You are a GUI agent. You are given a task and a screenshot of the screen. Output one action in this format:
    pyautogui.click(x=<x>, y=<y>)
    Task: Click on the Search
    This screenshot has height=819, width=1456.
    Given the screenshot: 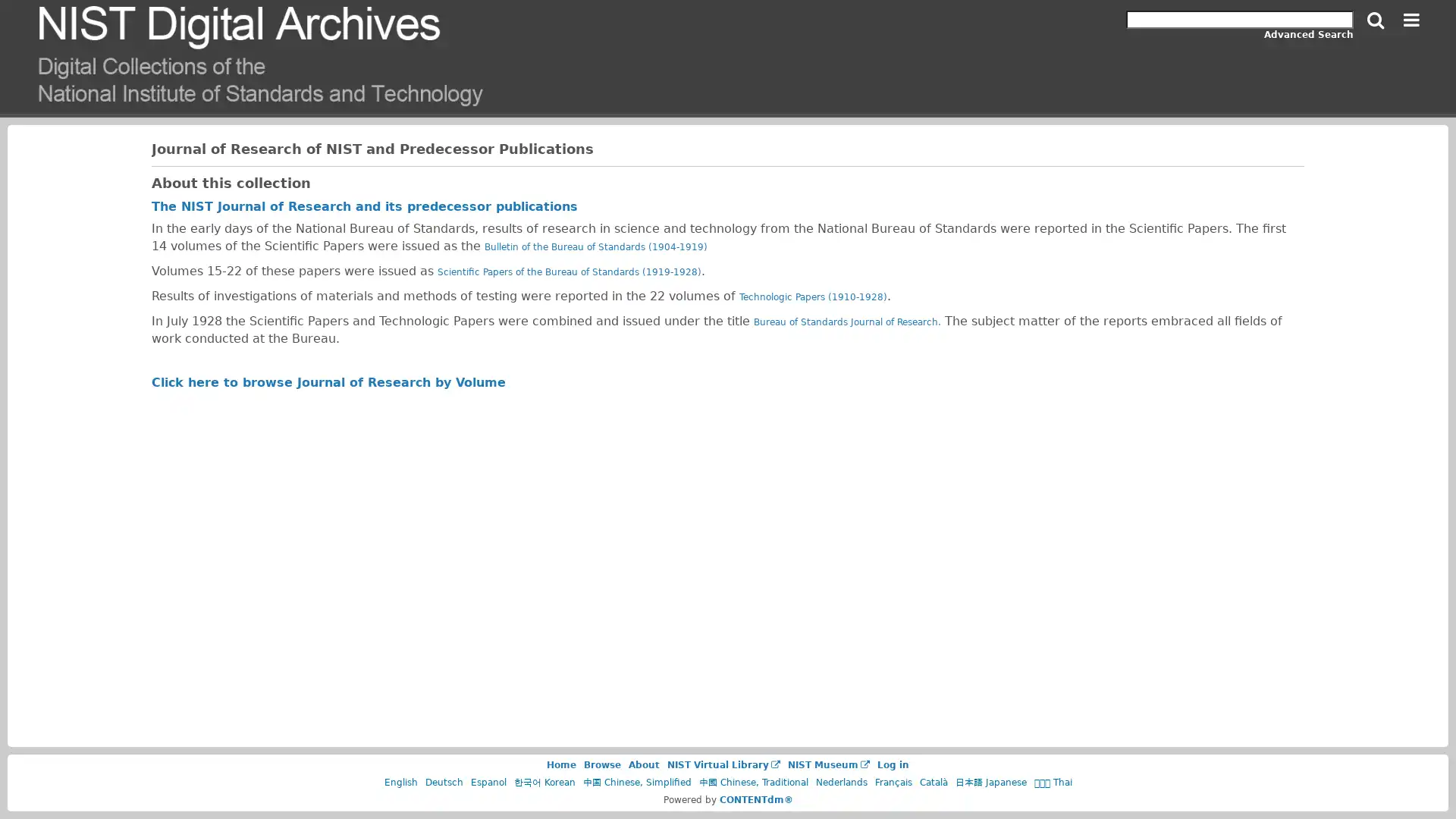 What is the action you would take?
    pyautogui.click(x=1376, y=20)
    